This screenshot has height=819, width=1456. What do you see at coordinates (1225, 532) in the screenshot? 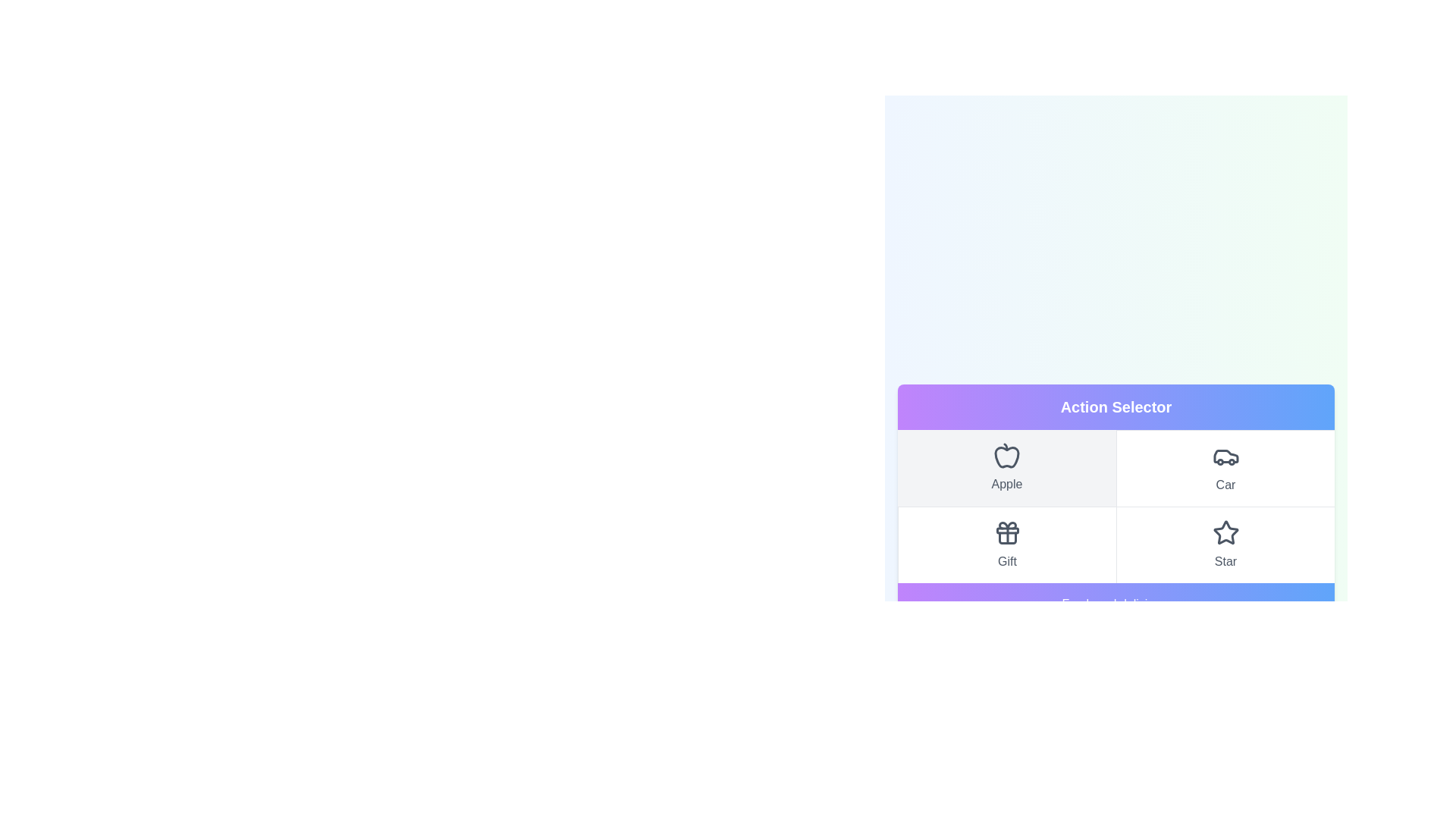
I see `the star-shaped icon with a hollow interior located above the text label 'Star' in the 'Action Selector' grid layout` at bounding box center [1225, 532].